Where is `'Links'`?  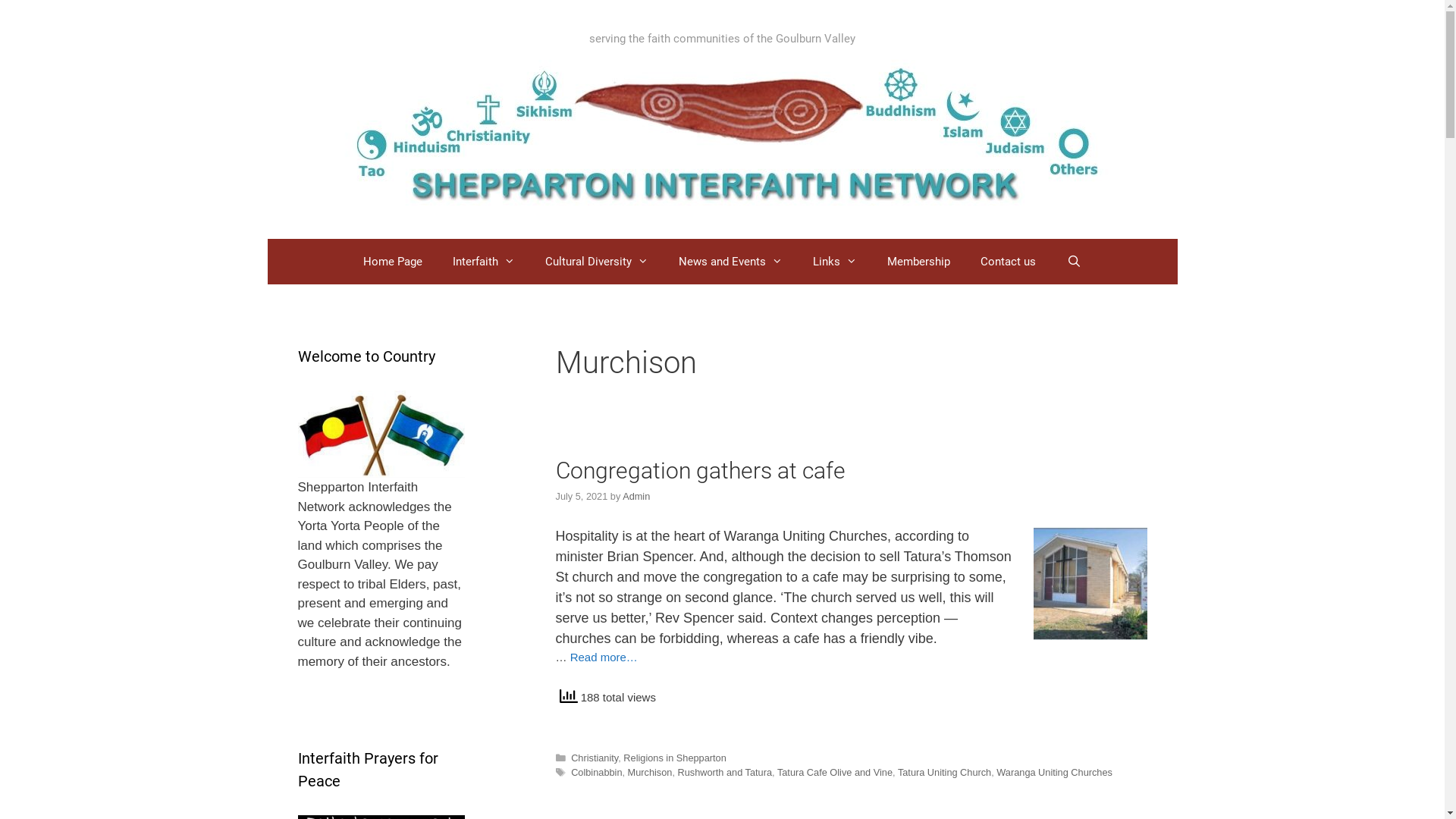
'Links' is located at coordinates (796, 259).